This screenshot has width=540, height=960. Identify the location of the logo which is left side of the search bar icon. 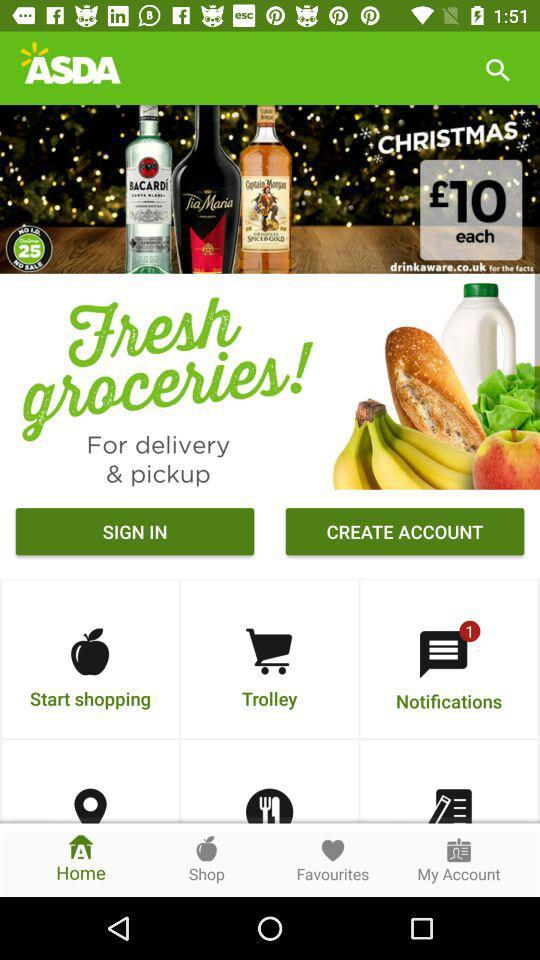
(70, 68).